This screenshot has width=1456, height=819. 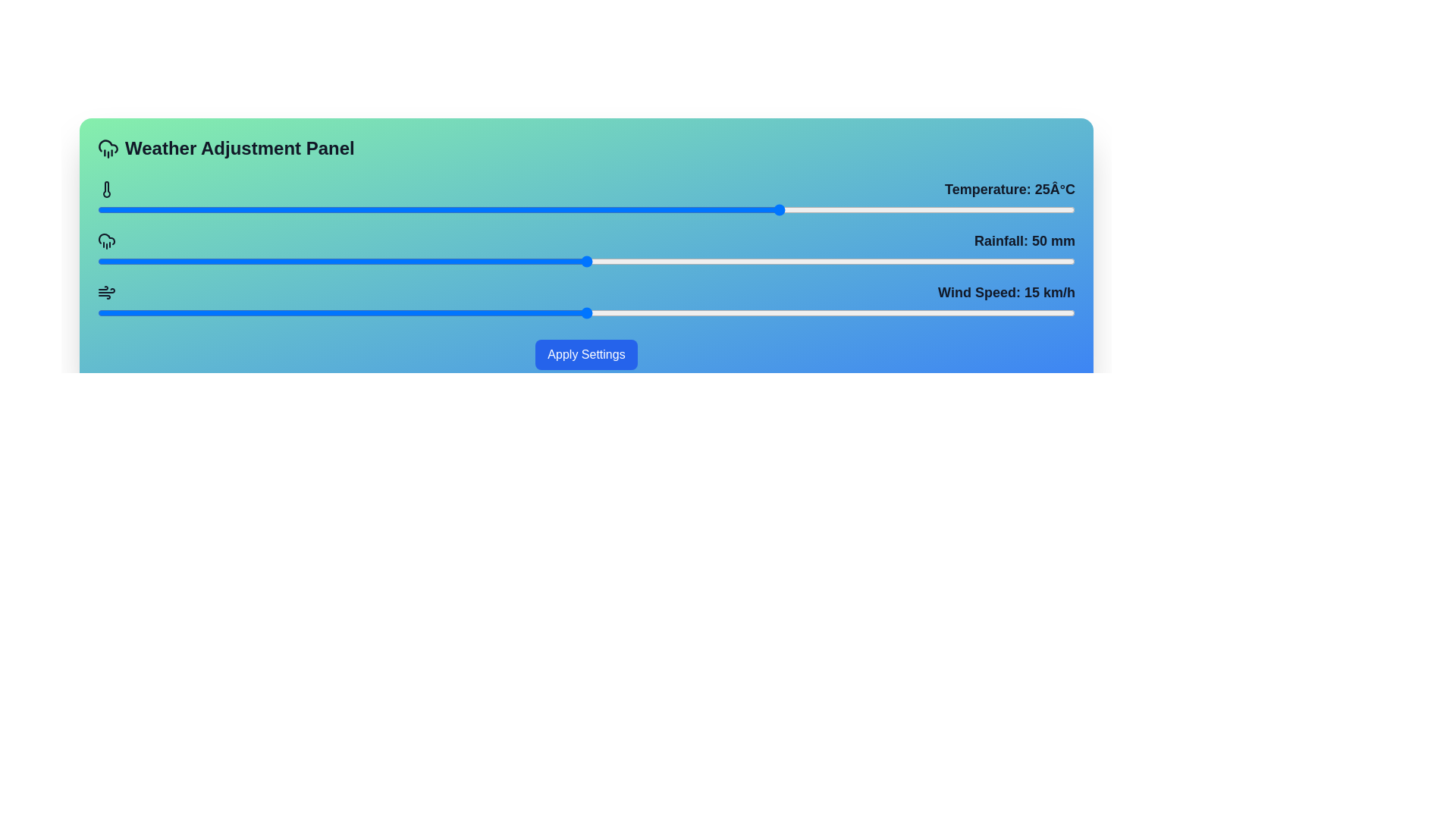 What do you see at coordinates (105, 240) in the screenshot?
I see `the Decorative icon representing rainfall, located to the left of the 'Rainfall: 50 mm' label` at bounding box center [105, 240].